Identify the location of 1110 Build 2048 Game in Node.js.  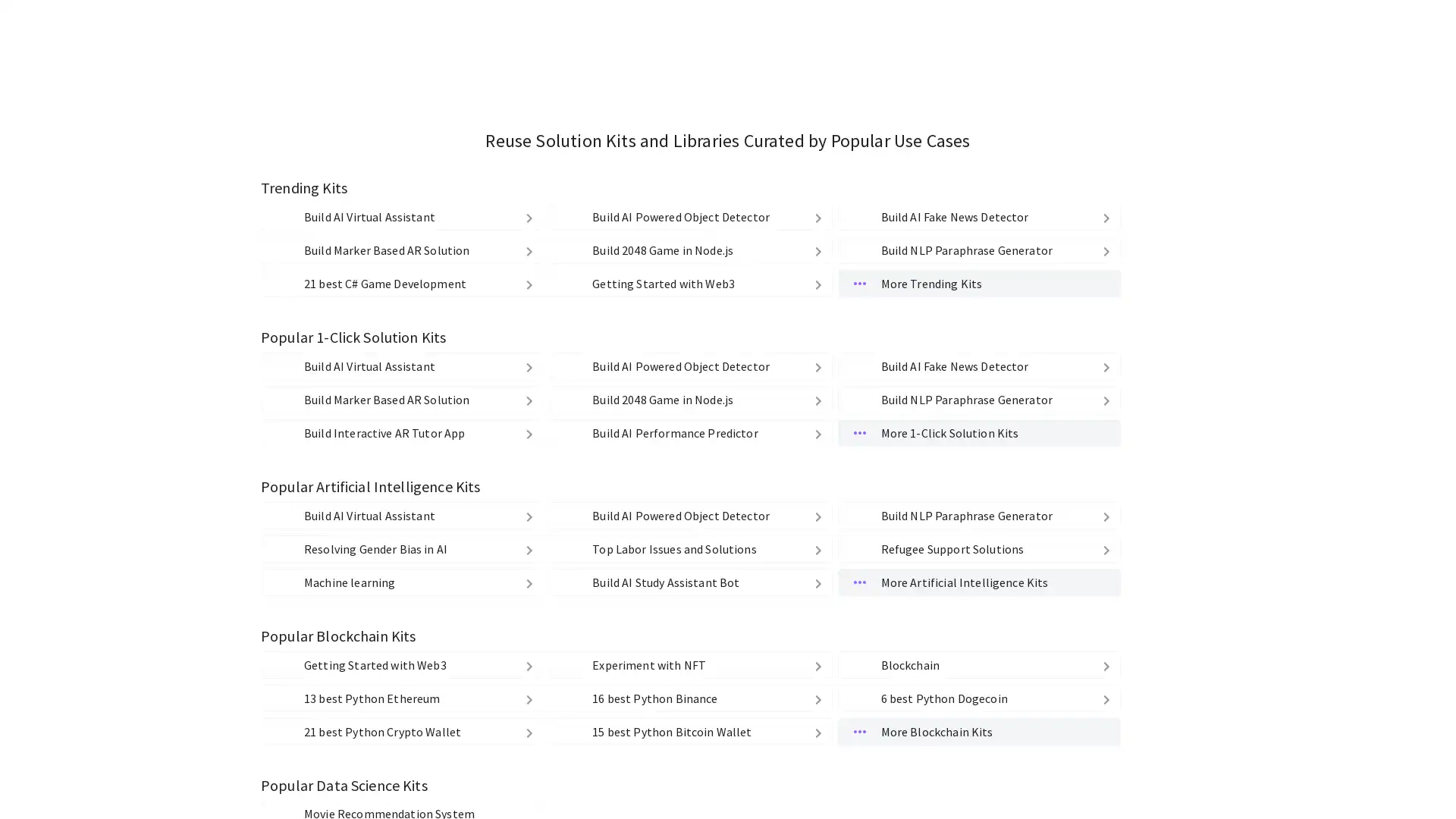
(689, 780).